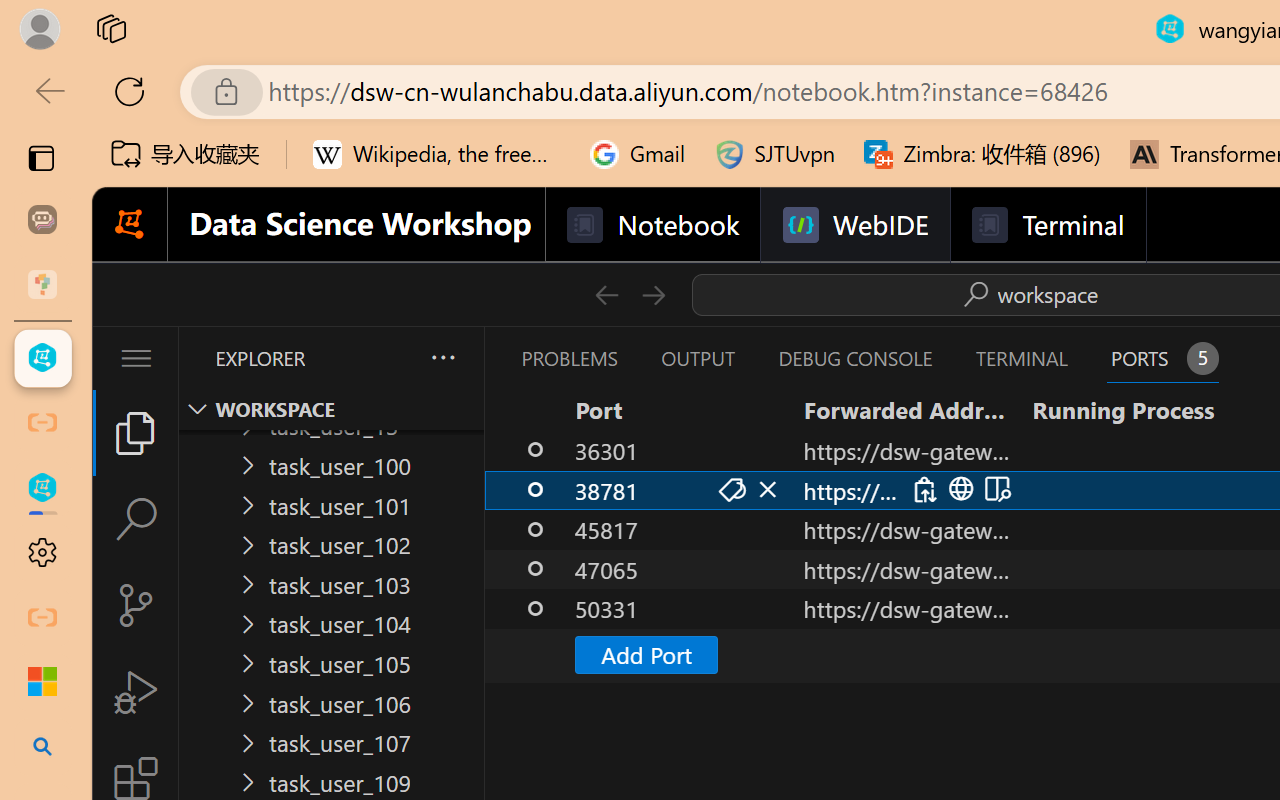  What do you see at coordinates (436, 154) in the screenshot?
I see `'Wikipedia, the free encyclopedia'` at bounding box center [436, 154].